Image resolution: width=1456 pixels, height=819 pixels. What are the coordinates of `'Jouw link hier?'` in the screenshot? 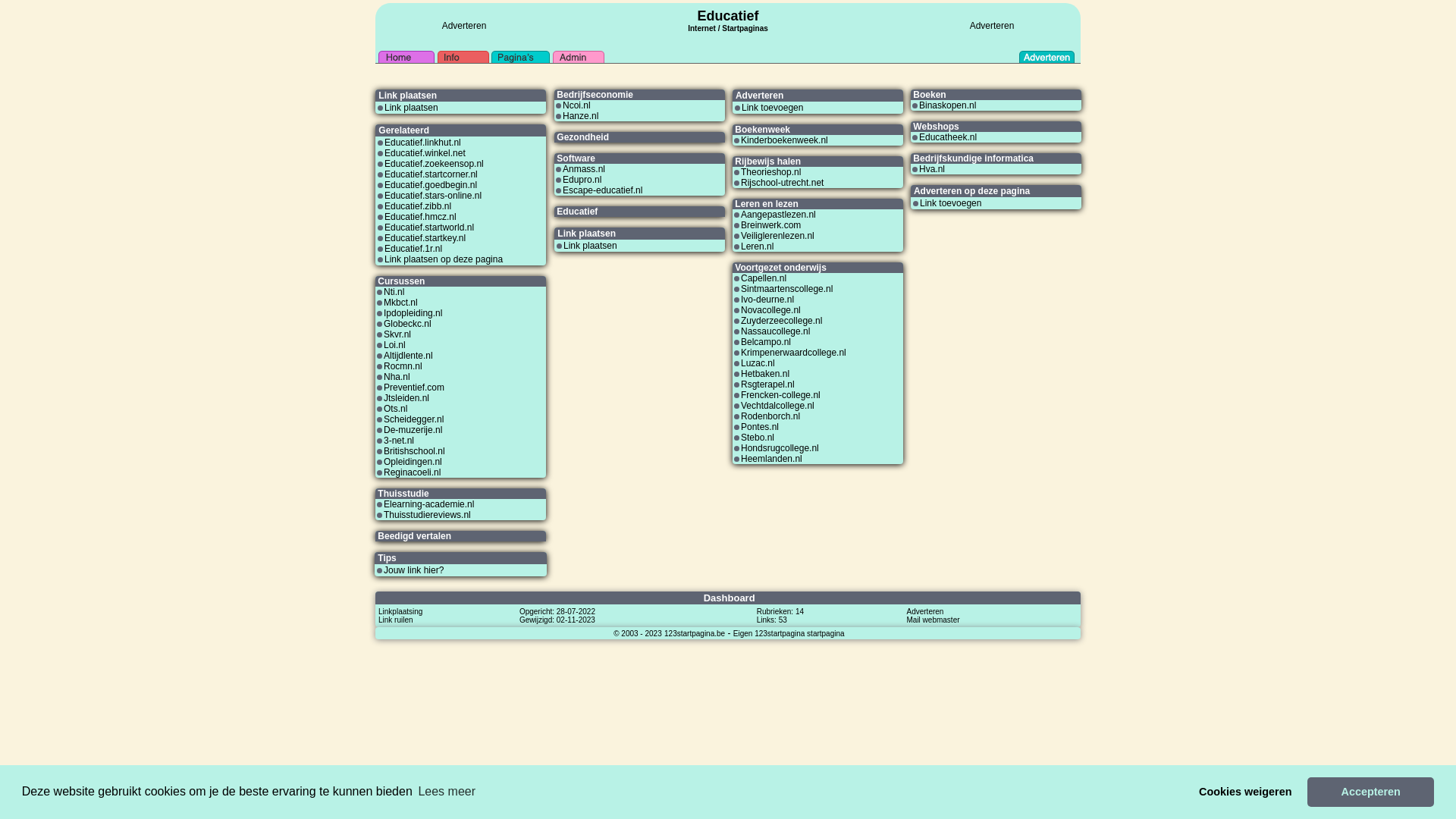 It's located at (383, 570).